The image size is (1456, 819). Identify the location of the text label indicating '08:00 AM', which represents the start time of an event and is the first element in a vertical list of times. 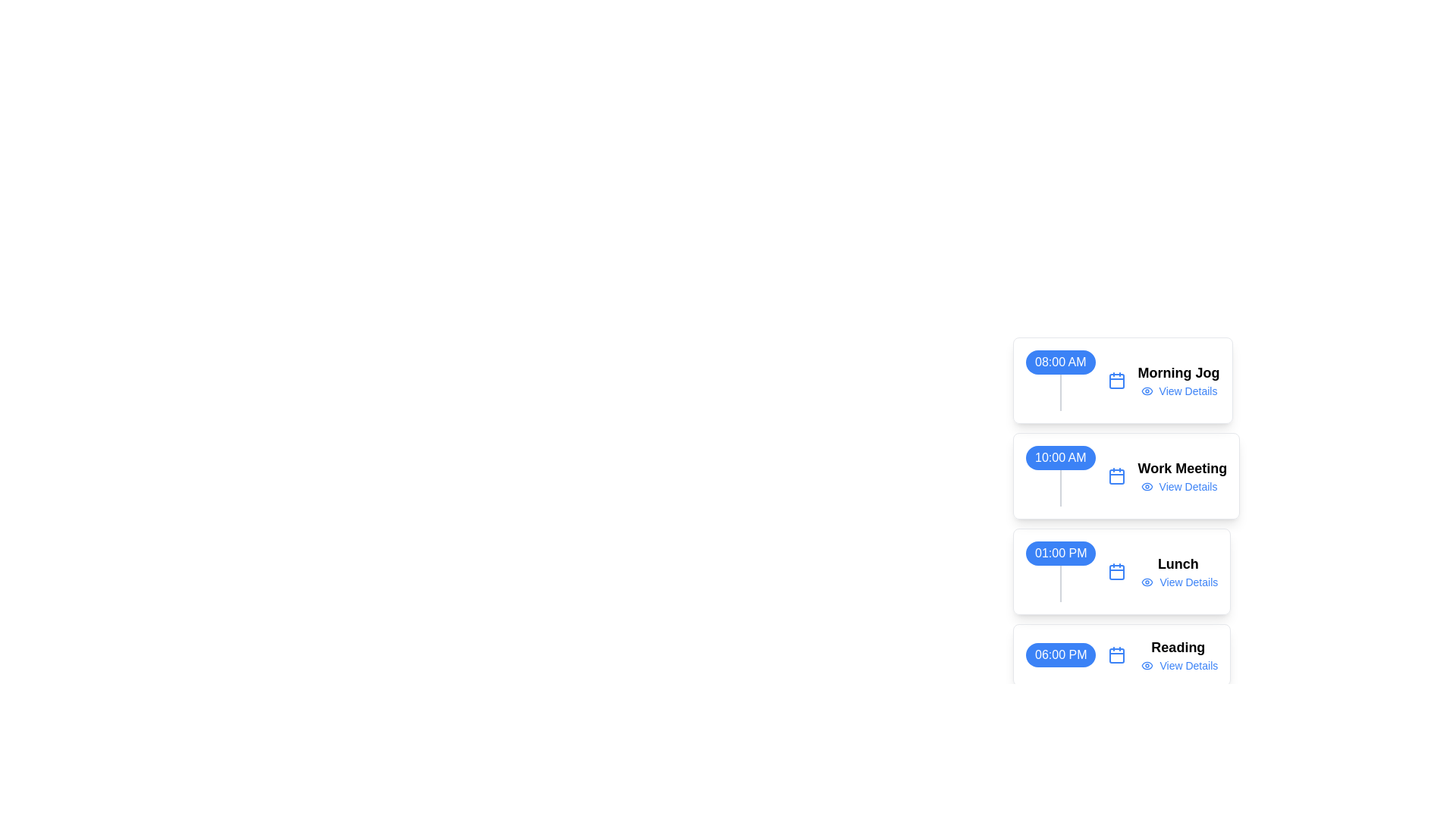
(1059, 362).